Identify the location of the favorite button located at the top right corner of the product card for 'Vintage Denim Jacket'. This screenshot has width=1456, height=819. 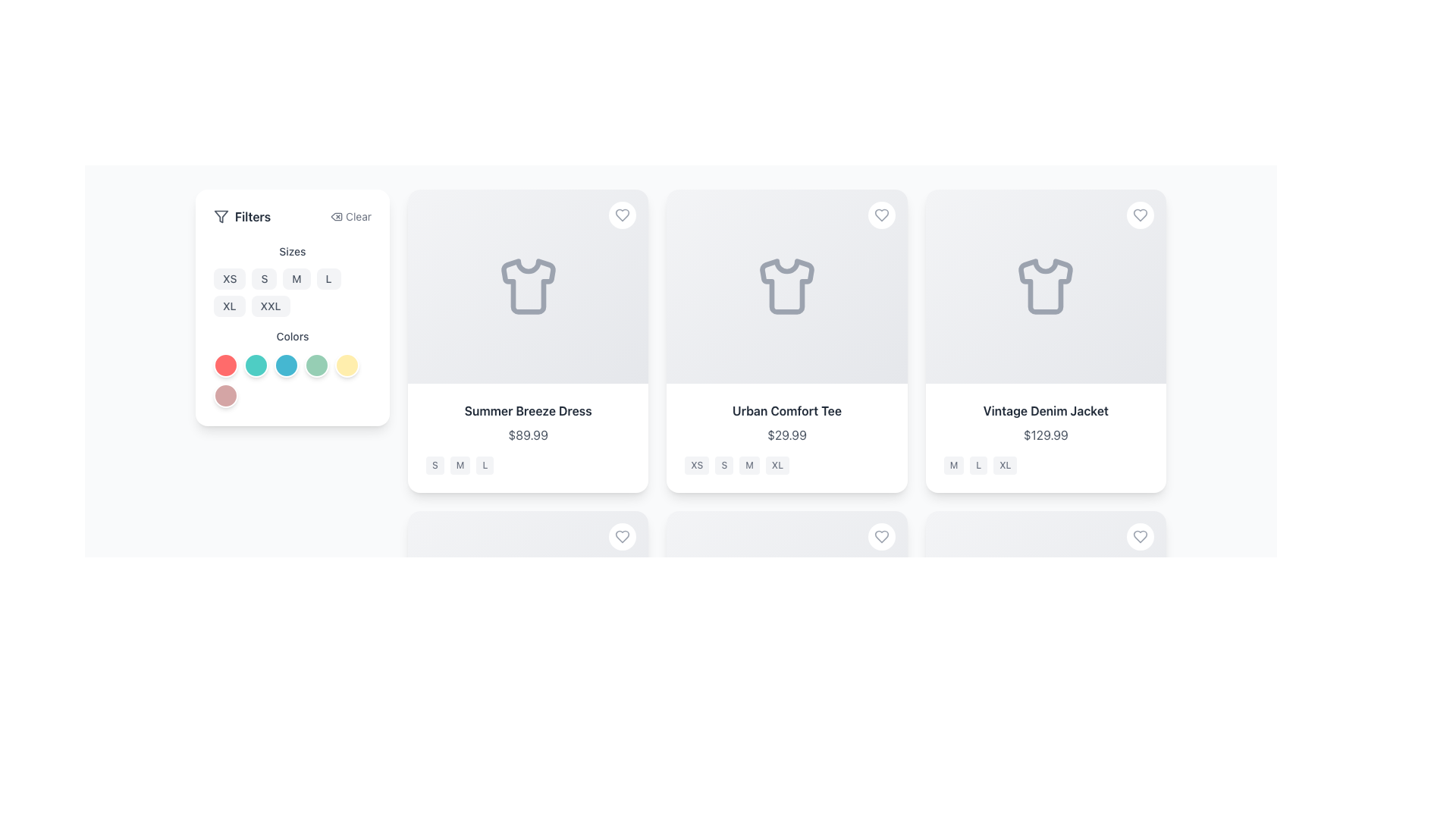
(1140, 536).